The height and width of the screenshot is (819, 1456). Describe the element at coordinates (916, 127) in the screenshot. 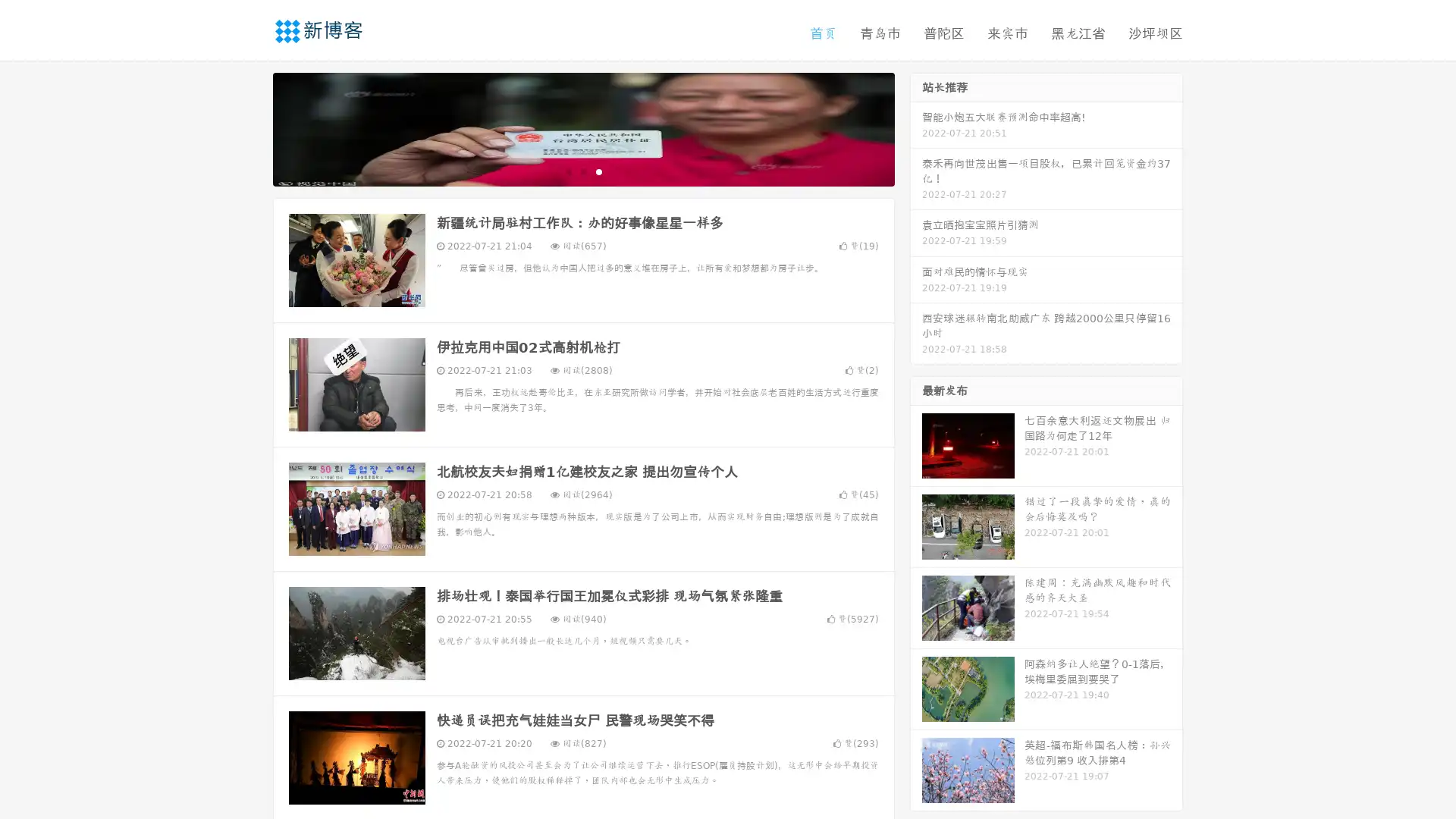

I see `Next slide` at that location.